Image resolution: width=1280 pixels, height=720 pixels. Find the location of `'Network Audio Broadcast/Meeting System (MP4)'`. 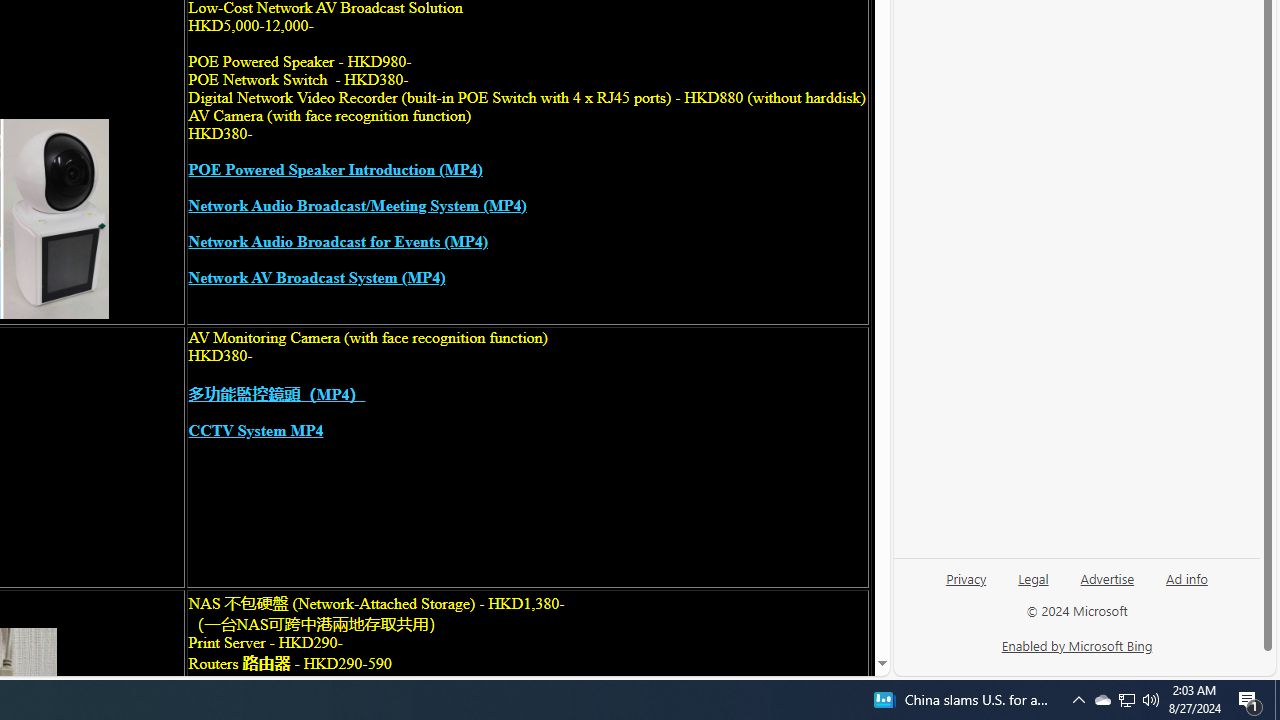

'Network Audio Broadcast/Meeting System (MP4)' is located at coordinates (357, 206).